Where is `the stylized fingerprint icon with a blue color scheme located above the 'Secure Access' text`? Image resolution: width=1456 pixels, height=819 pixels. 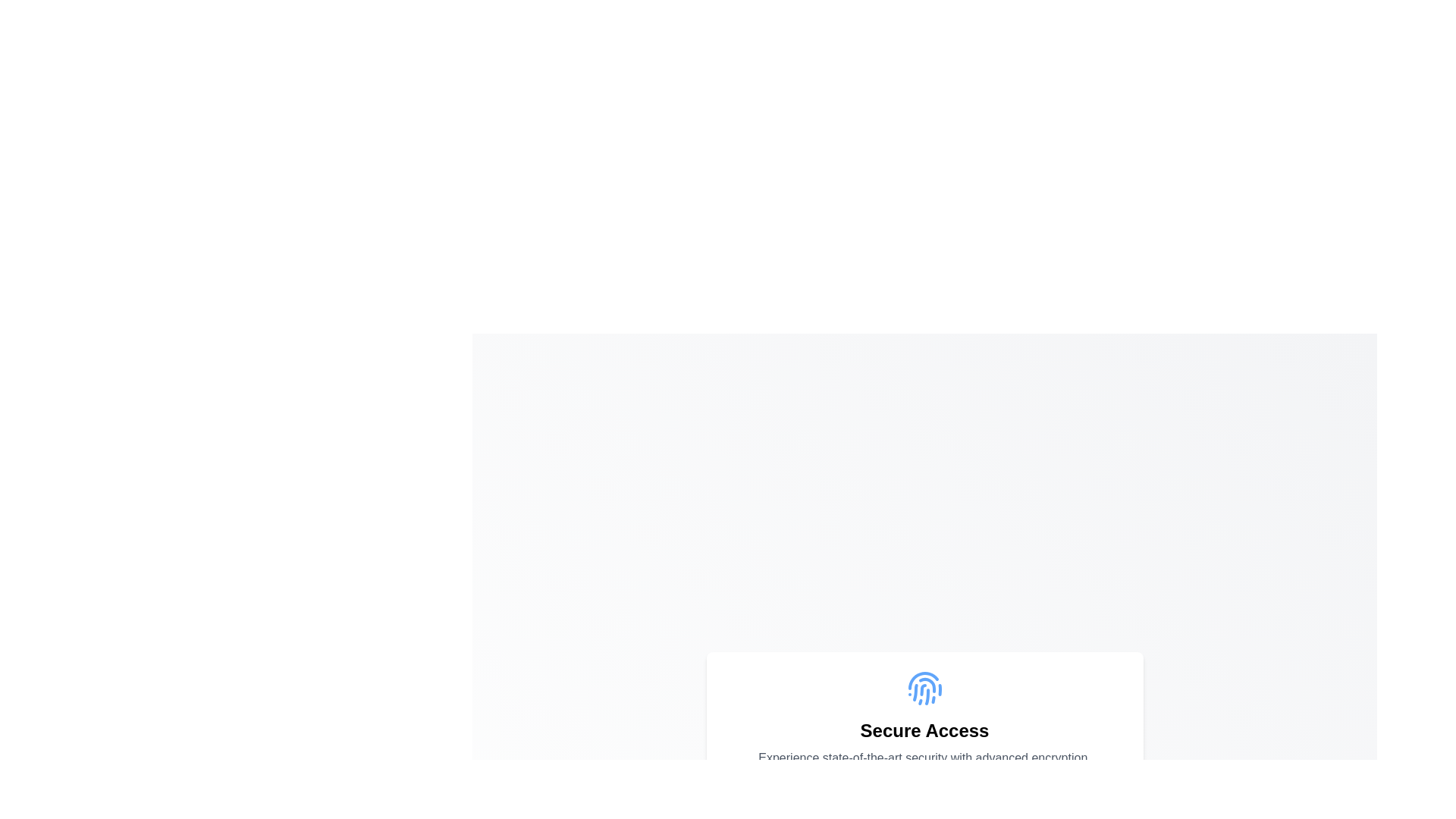
the stylized fingerprint icon with a blue color scheme located above the 'Secure Access' text is located at coordinates (924, 688).